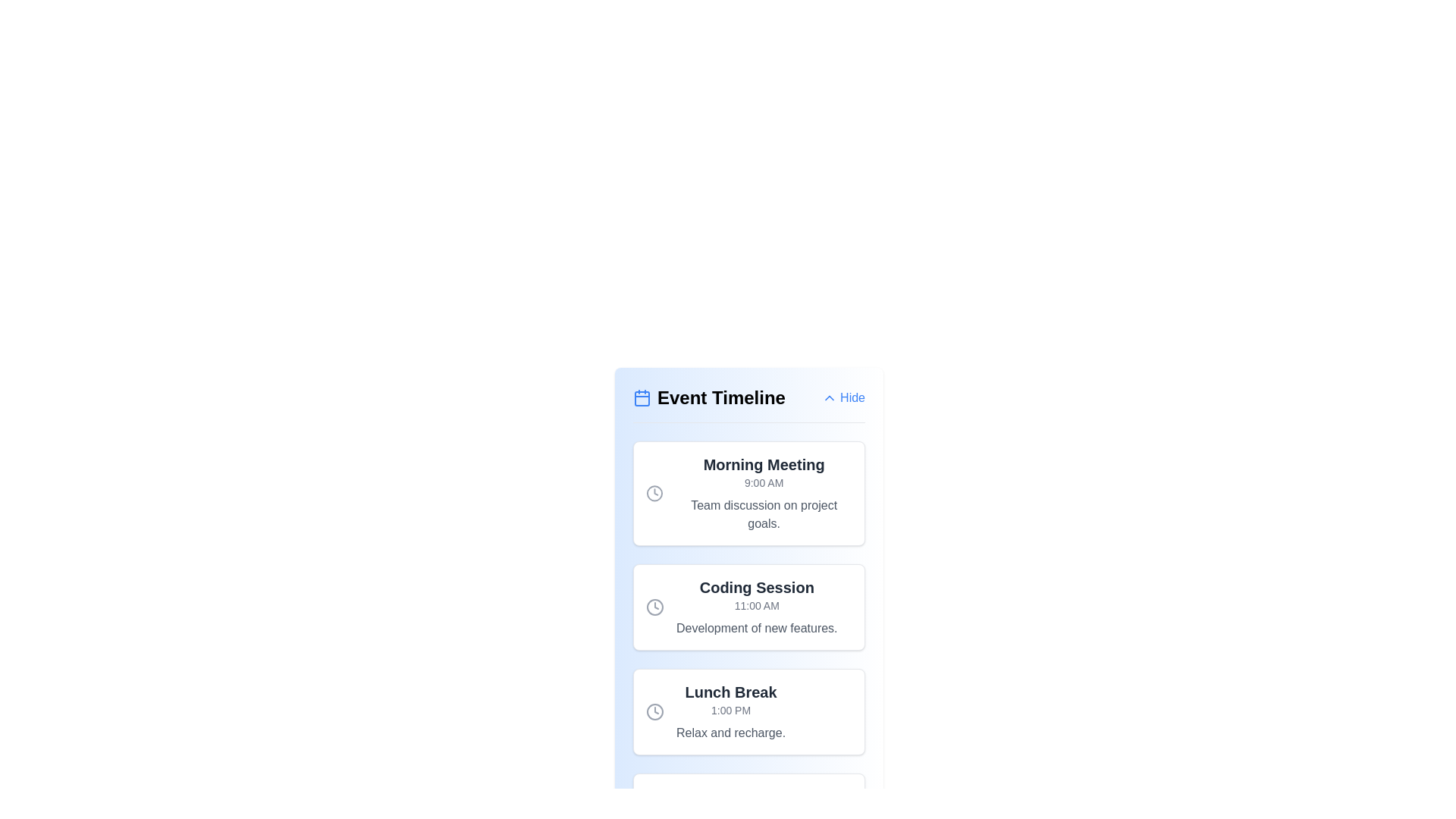 This screenshot has height=819, width=1456. I want to click on the time indicator text label that is located beneath the headline 'Morning Meeting' and above the description 'Team discussion on project goals', so click(764, 482).